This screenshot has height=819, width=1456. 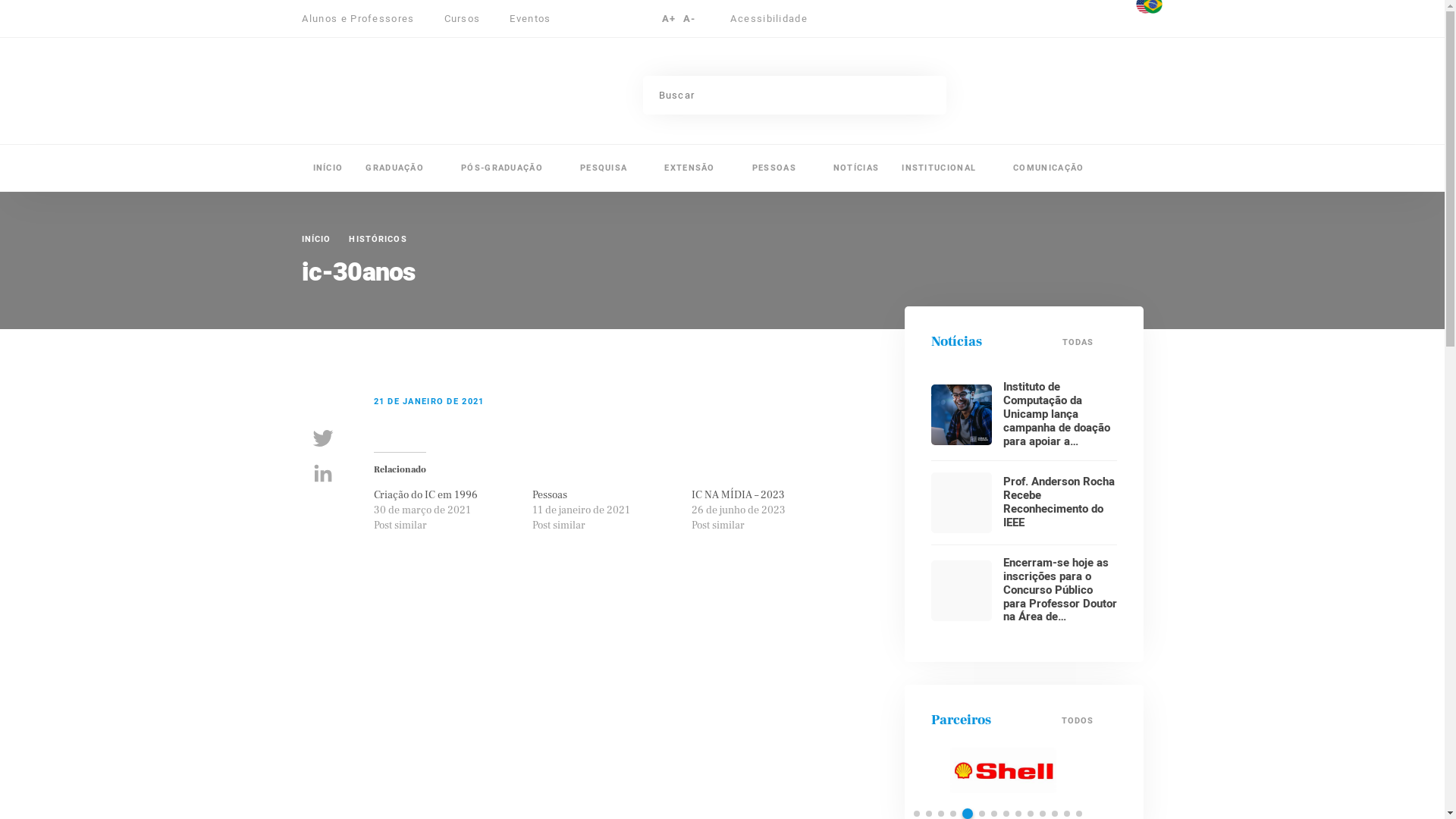 I want to click on 'PESQUISA', so click(x=610, y=168).